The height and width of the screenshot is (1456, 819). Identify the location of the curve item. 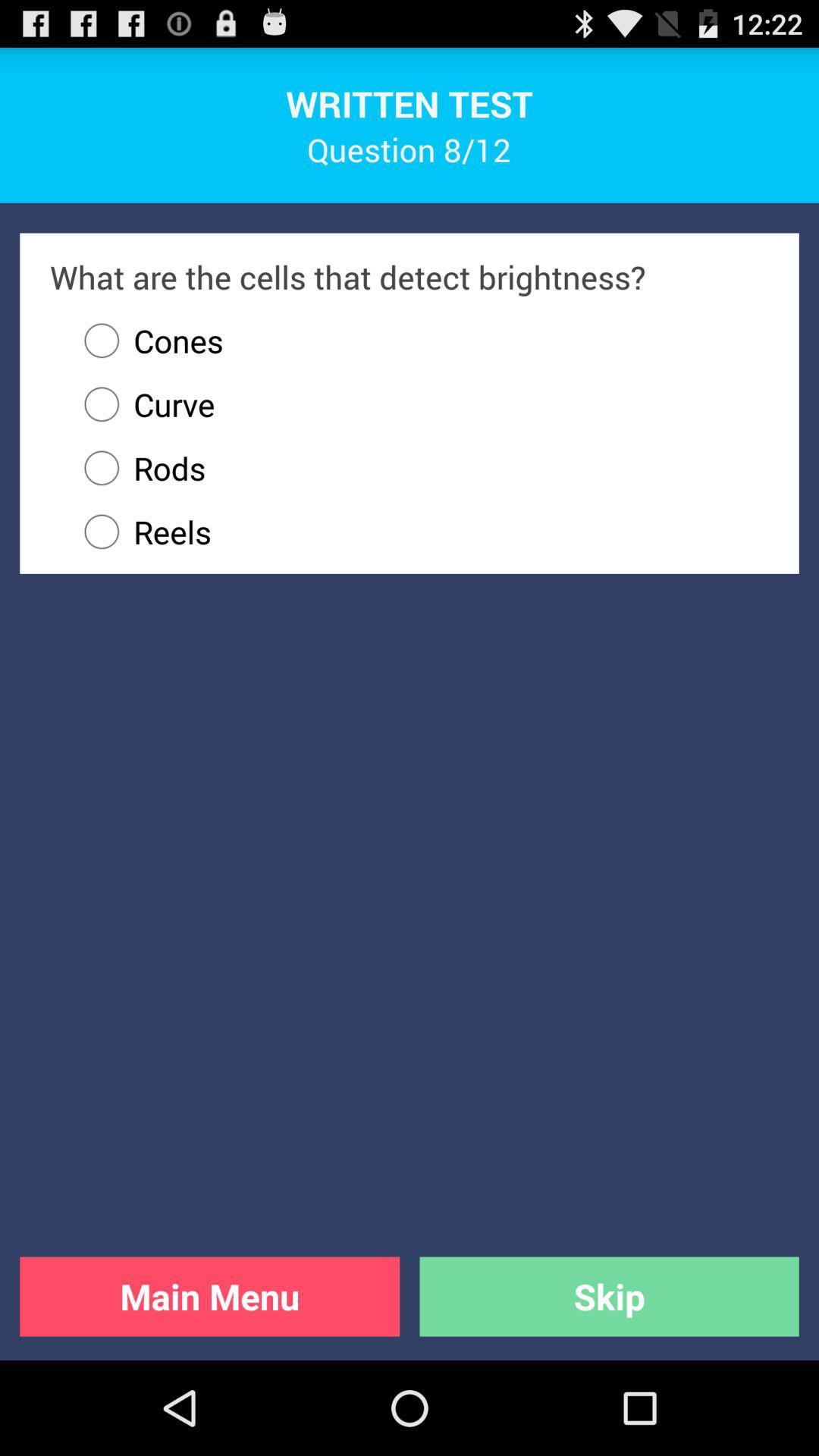
(142, 404).